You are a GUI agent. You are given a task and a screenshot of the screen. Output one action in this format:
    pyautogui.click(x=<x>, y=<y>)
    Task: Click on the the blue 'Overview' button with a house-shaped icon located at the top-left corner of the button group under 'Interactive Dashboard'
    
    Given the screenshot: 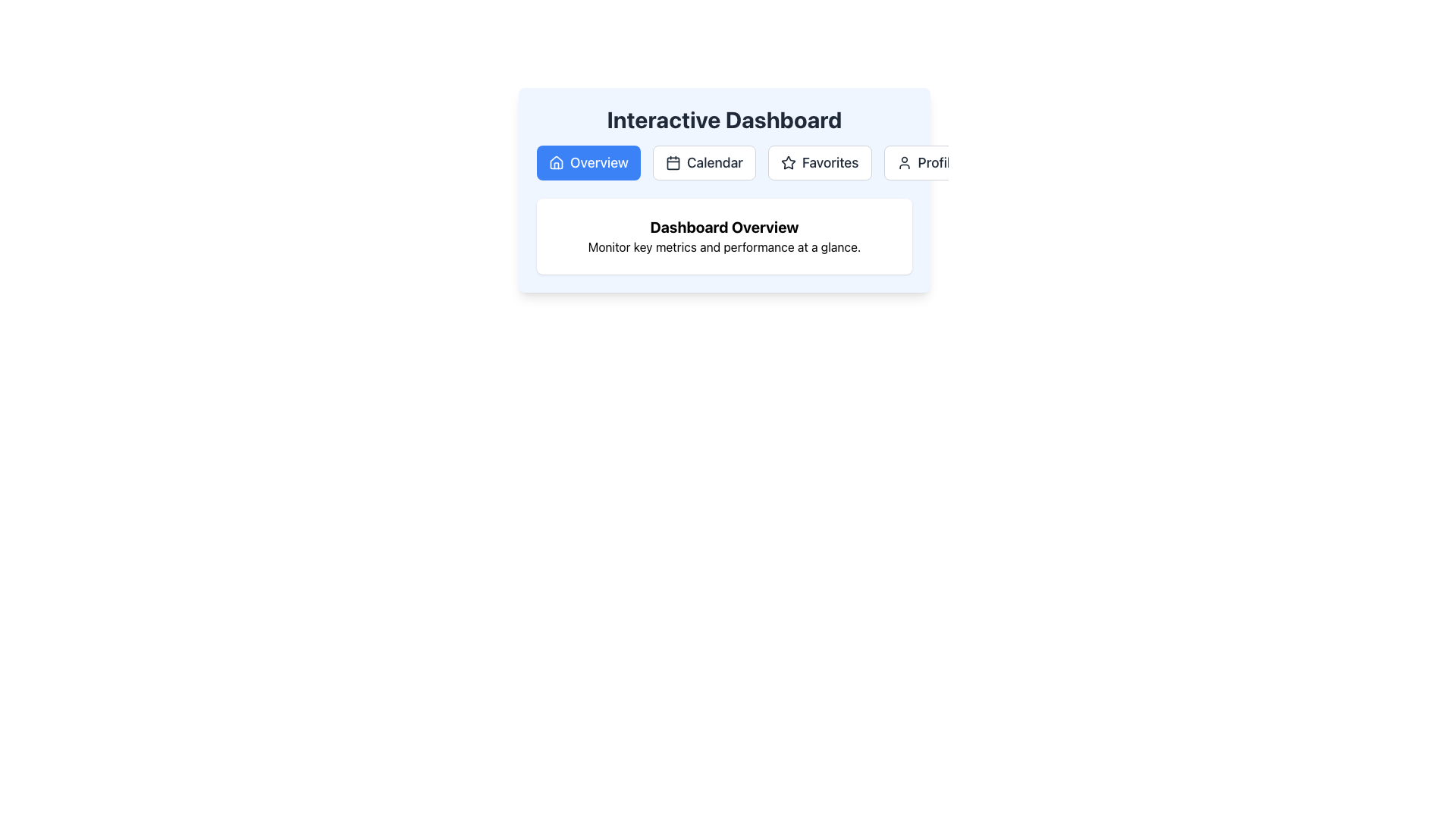 What is the action you would take?
    pyautogui.click(x=588, y=163)
    